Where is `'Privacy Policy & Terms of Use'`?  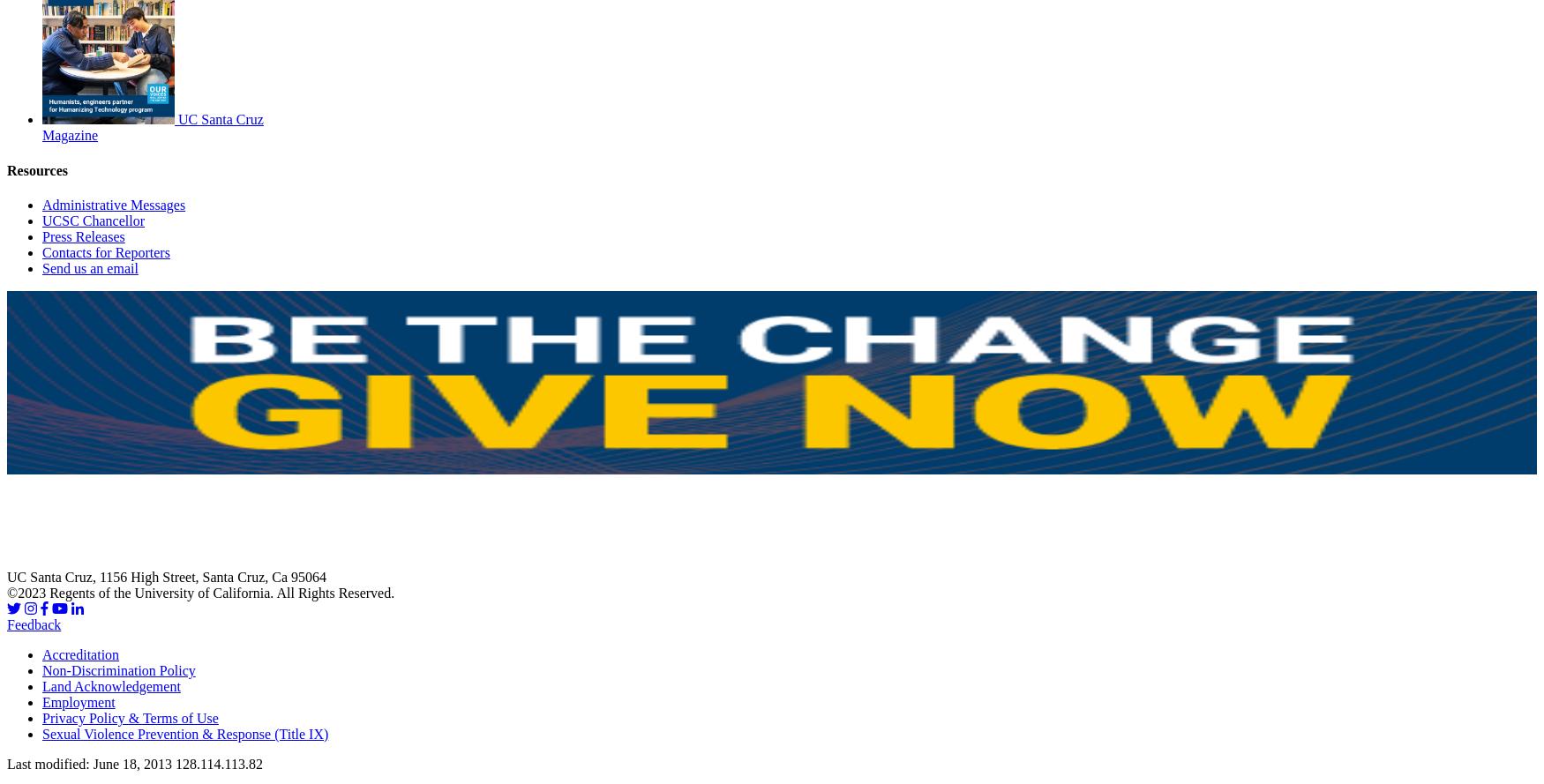
'Privacy Policy & Terms of Use' is located at coordinates (41, 718).